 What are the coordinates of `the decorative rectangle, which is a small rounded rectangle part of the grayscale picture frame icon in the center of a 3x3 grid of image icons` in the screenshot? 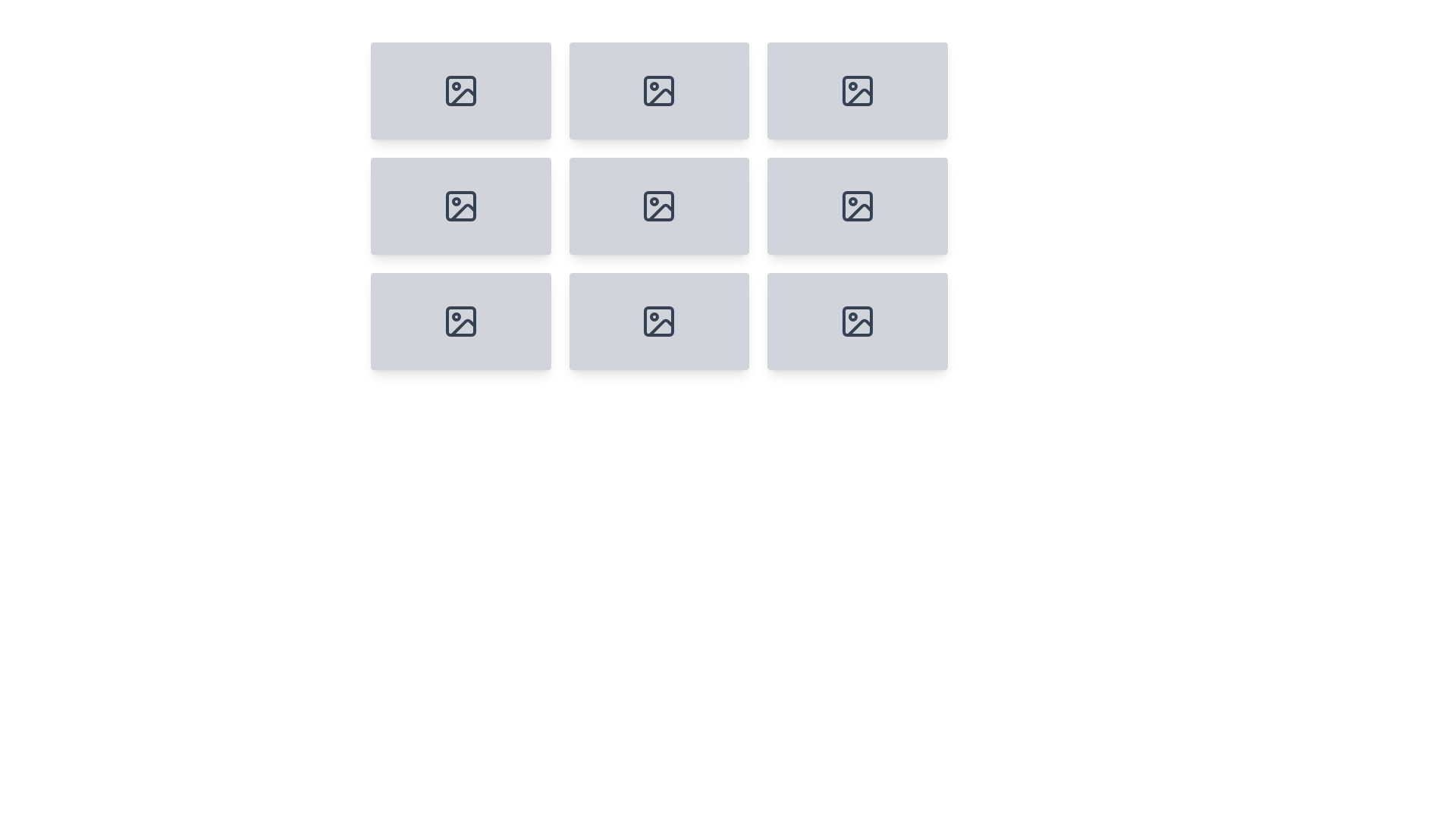 It's located at (659, 206).